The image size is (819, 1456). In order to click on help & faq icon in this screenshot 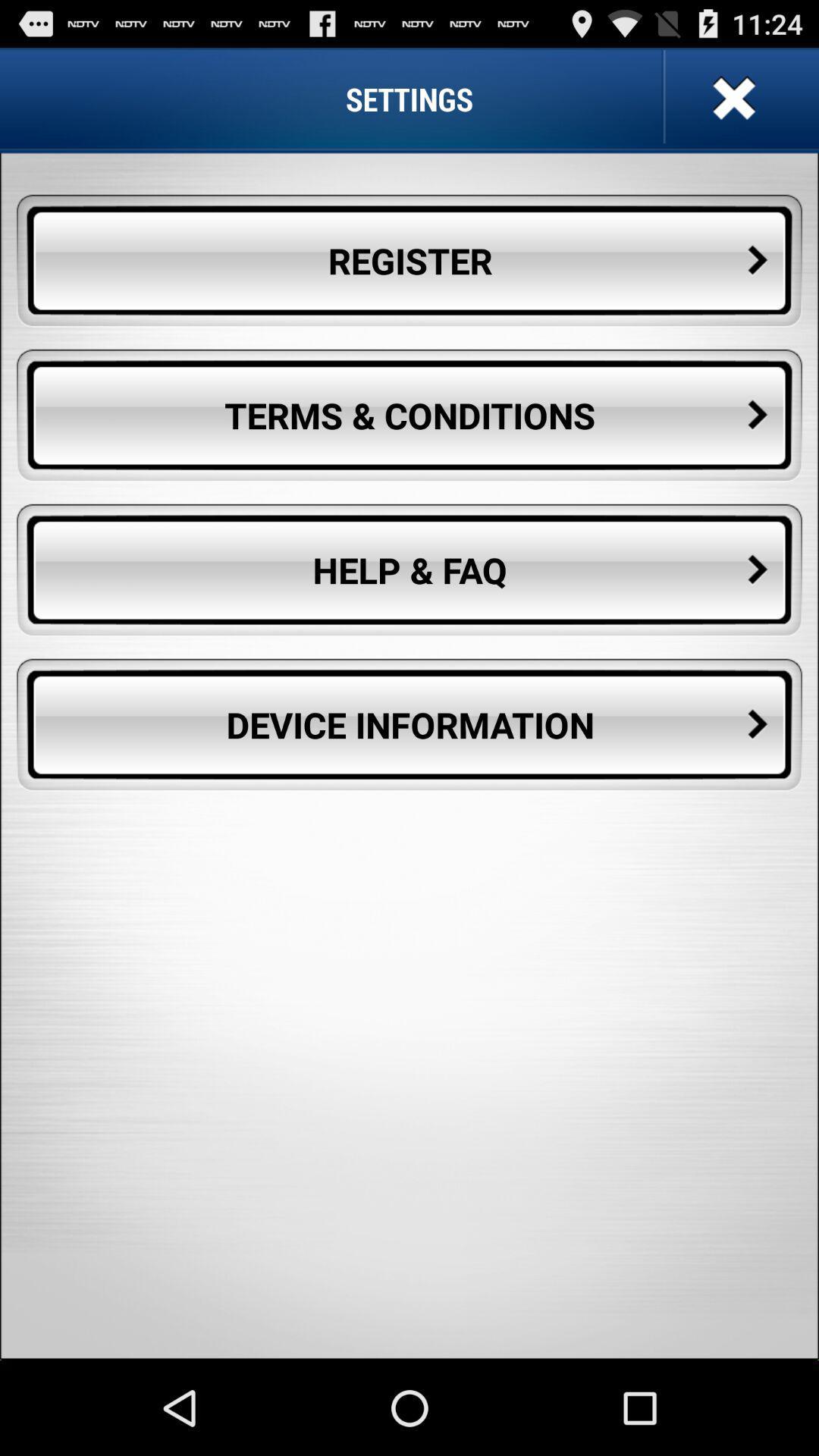, I will do `click(409, 570)`.